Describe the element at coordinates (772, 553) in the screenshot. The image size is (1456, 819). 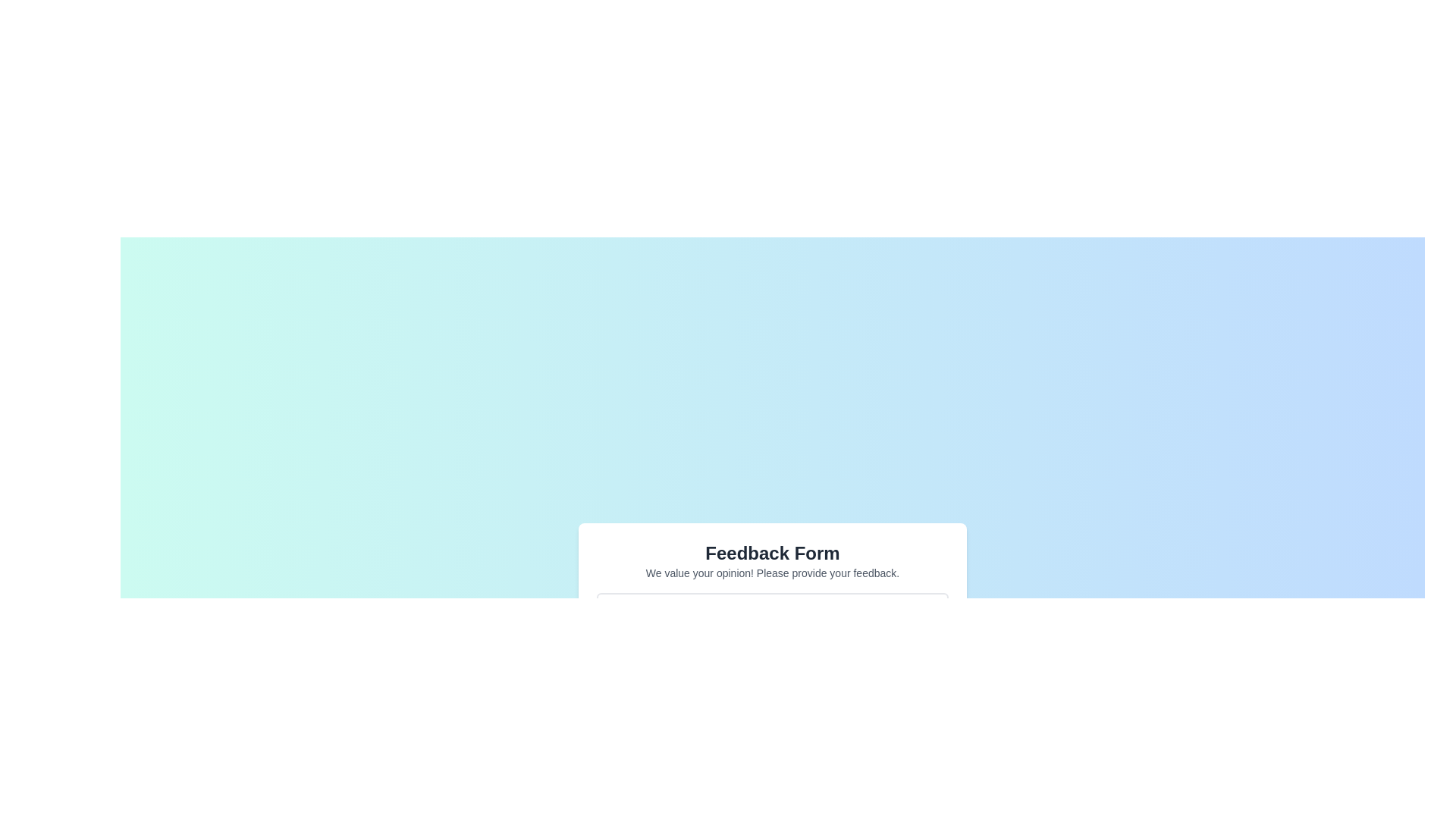
I see `Text Heading that serves as a title for the feedback section, positioned above the message 'We value your opinion! Please provide your feedback.'` at that location.